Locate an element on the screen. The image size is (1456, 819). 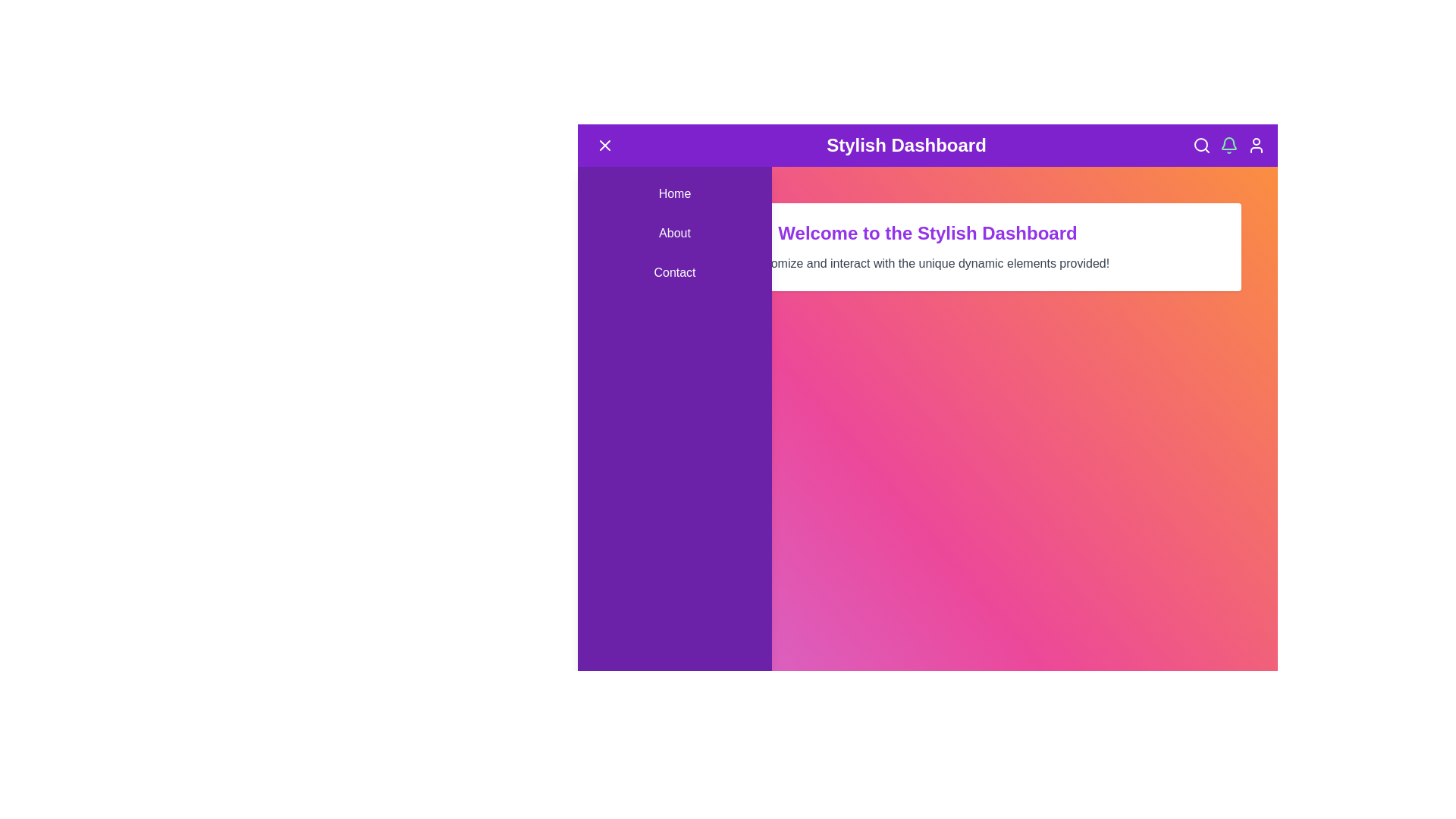
the menu item Contact is located at coordinates (673, 271).